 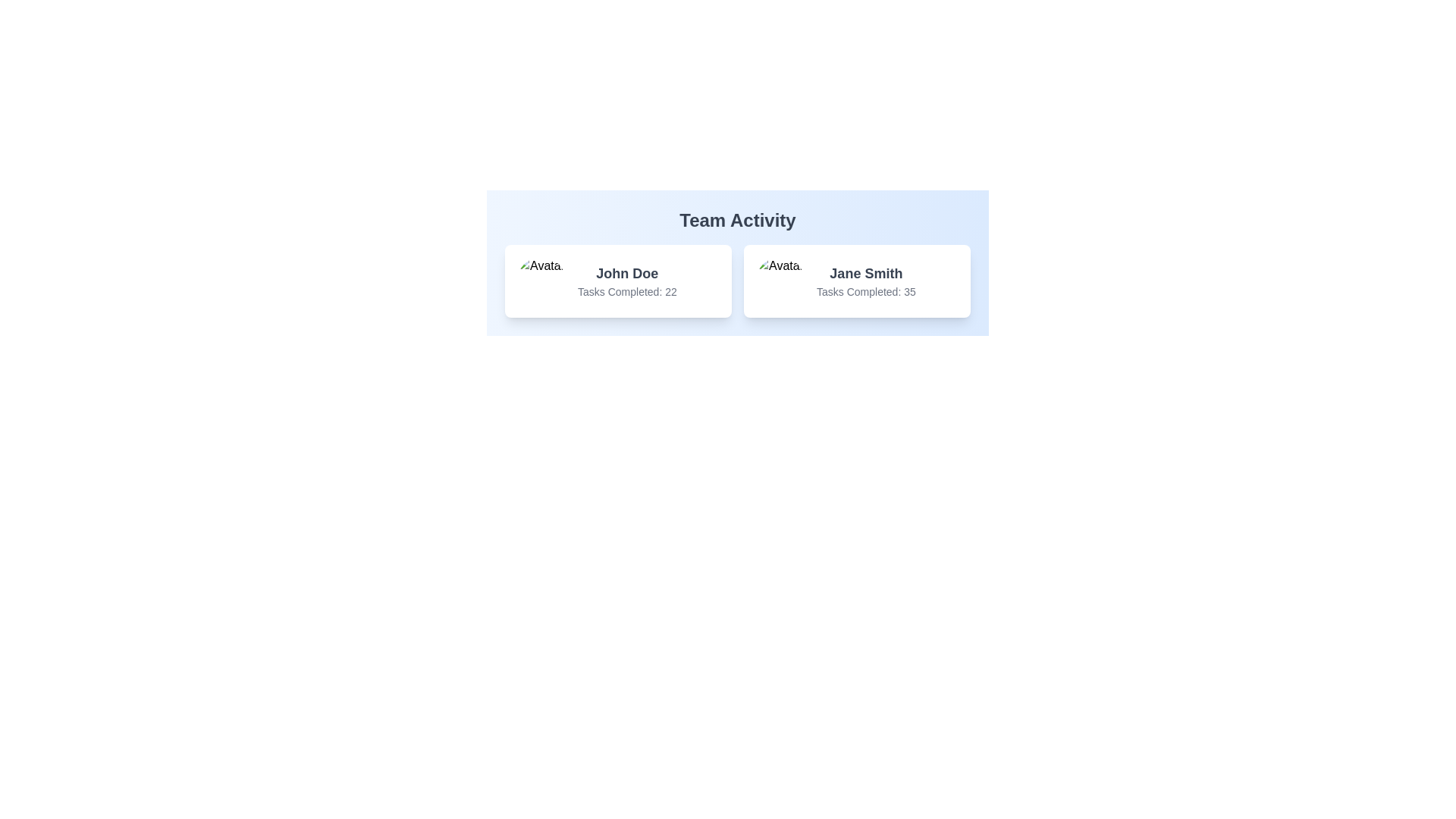 What do you see at coordinates (627, 281) in the screenshot?
I see `the text block displaying the name 'John Doe' and the number of tasks completed (22) in the middle section of the left card within the 'Team Activity' section` at bounding box center [627, 281].